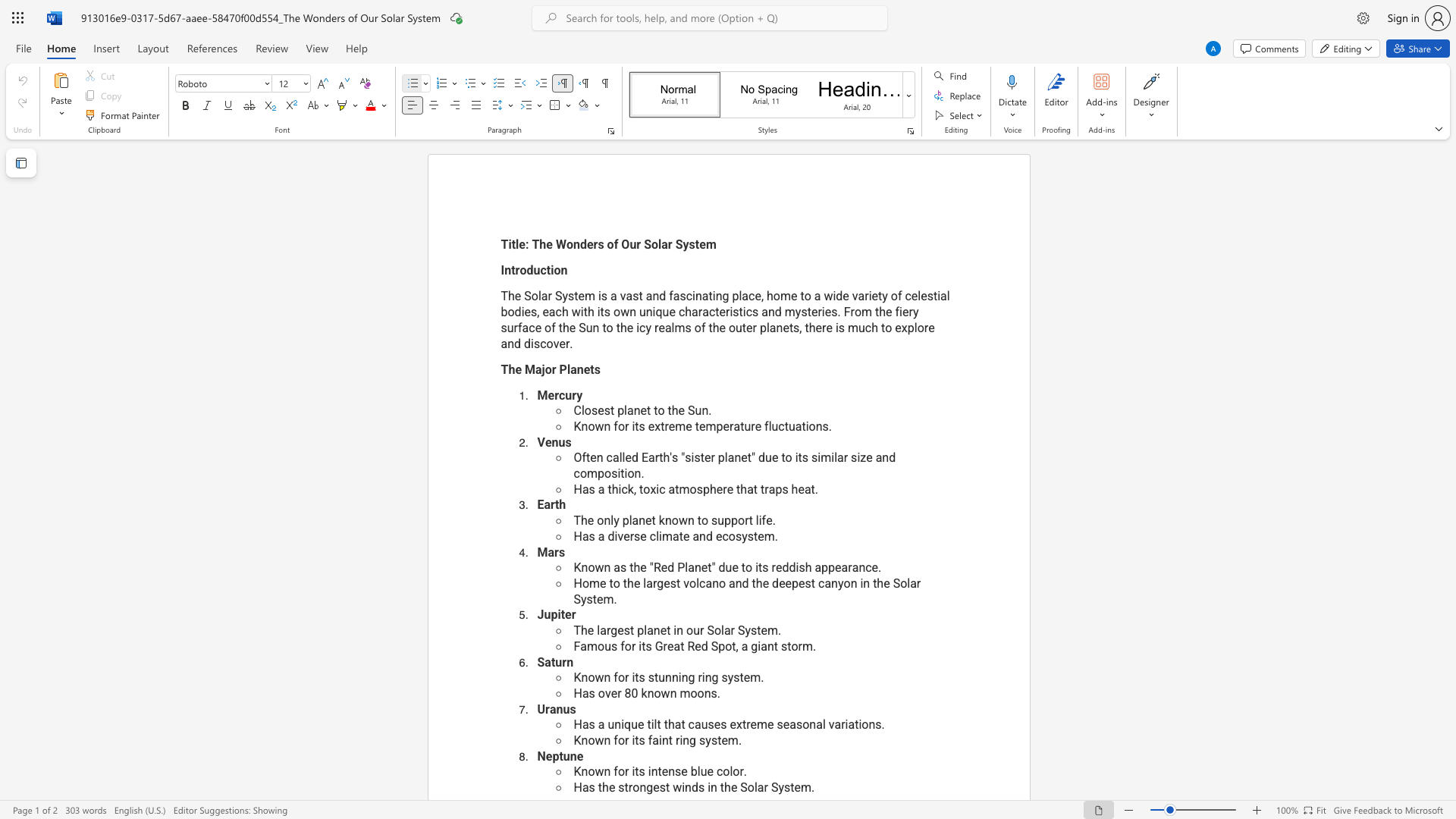  What do you see at coordinates (602, 676) in the screenshot?
I see `the space between the continuous character "w" and "n" in the text` at bounding box center [602, 676].